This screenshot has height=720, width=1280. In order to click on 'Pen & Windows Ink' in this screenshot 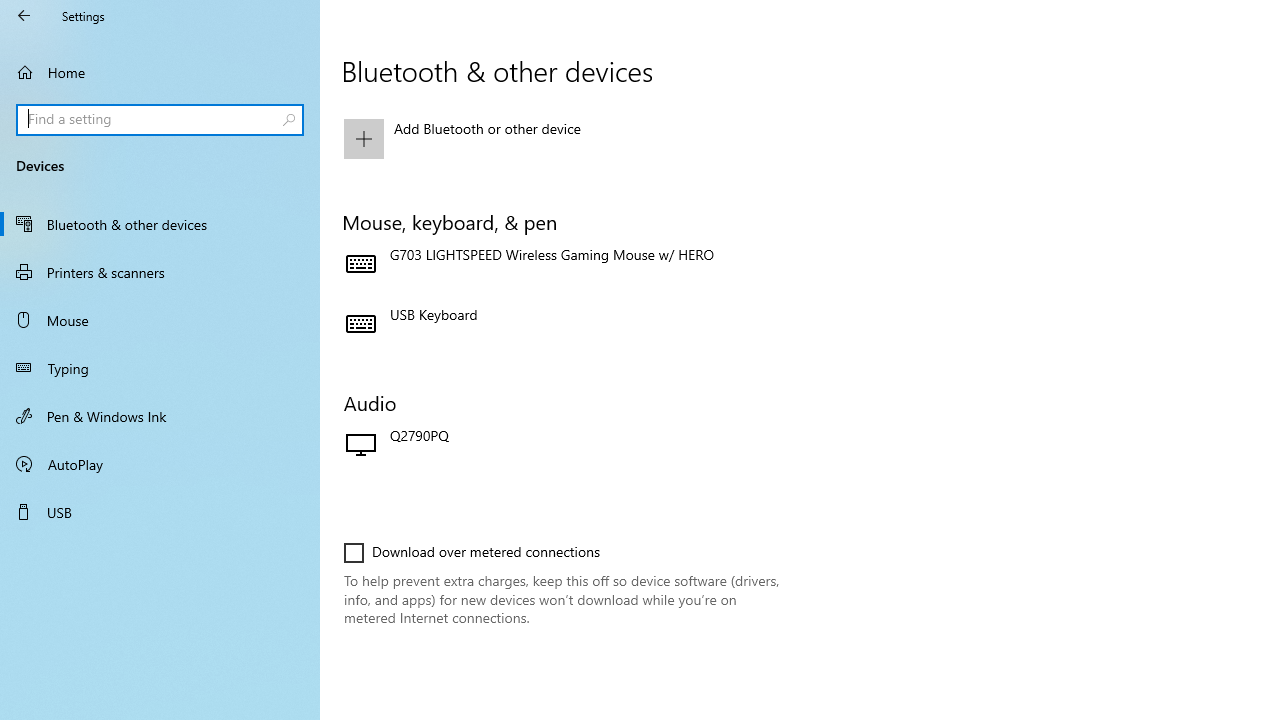, I will do `click(160, 414)`.